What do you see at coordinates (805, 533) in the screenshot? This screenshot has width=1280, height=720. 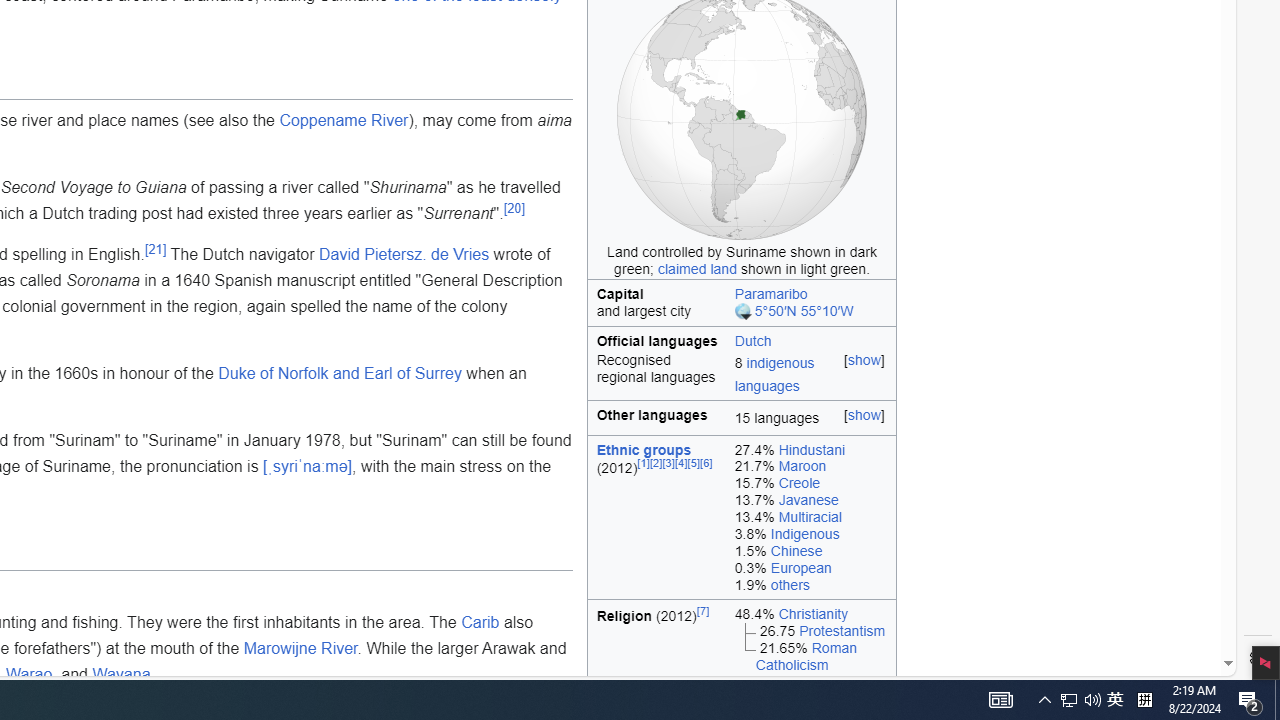 I see `'Indigenous'` at bounding box center [805, 533].